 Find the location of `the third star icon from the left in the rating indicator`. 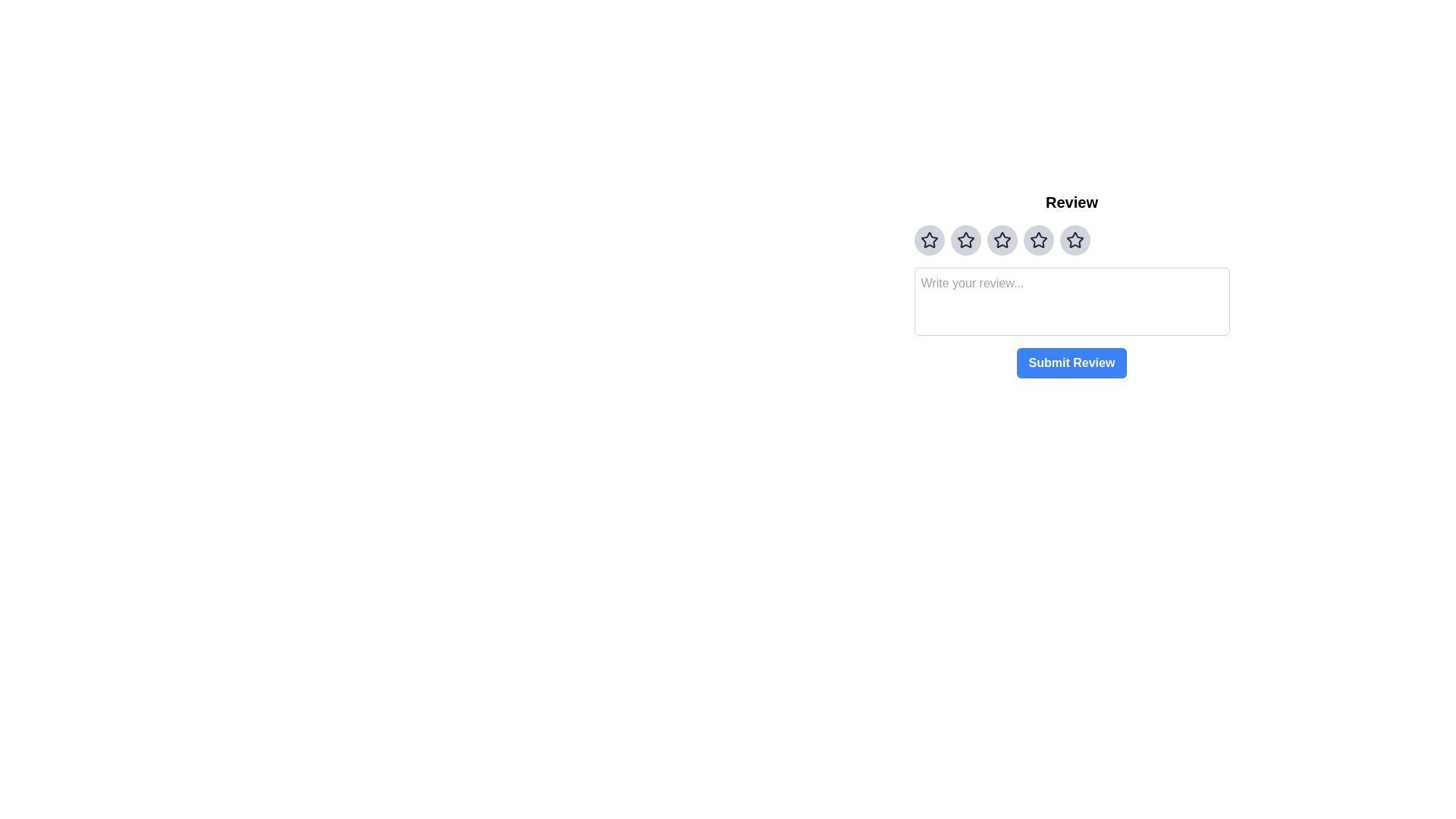

the third star icon from the left in the rating indicator is located at coordinates (1002, 239).